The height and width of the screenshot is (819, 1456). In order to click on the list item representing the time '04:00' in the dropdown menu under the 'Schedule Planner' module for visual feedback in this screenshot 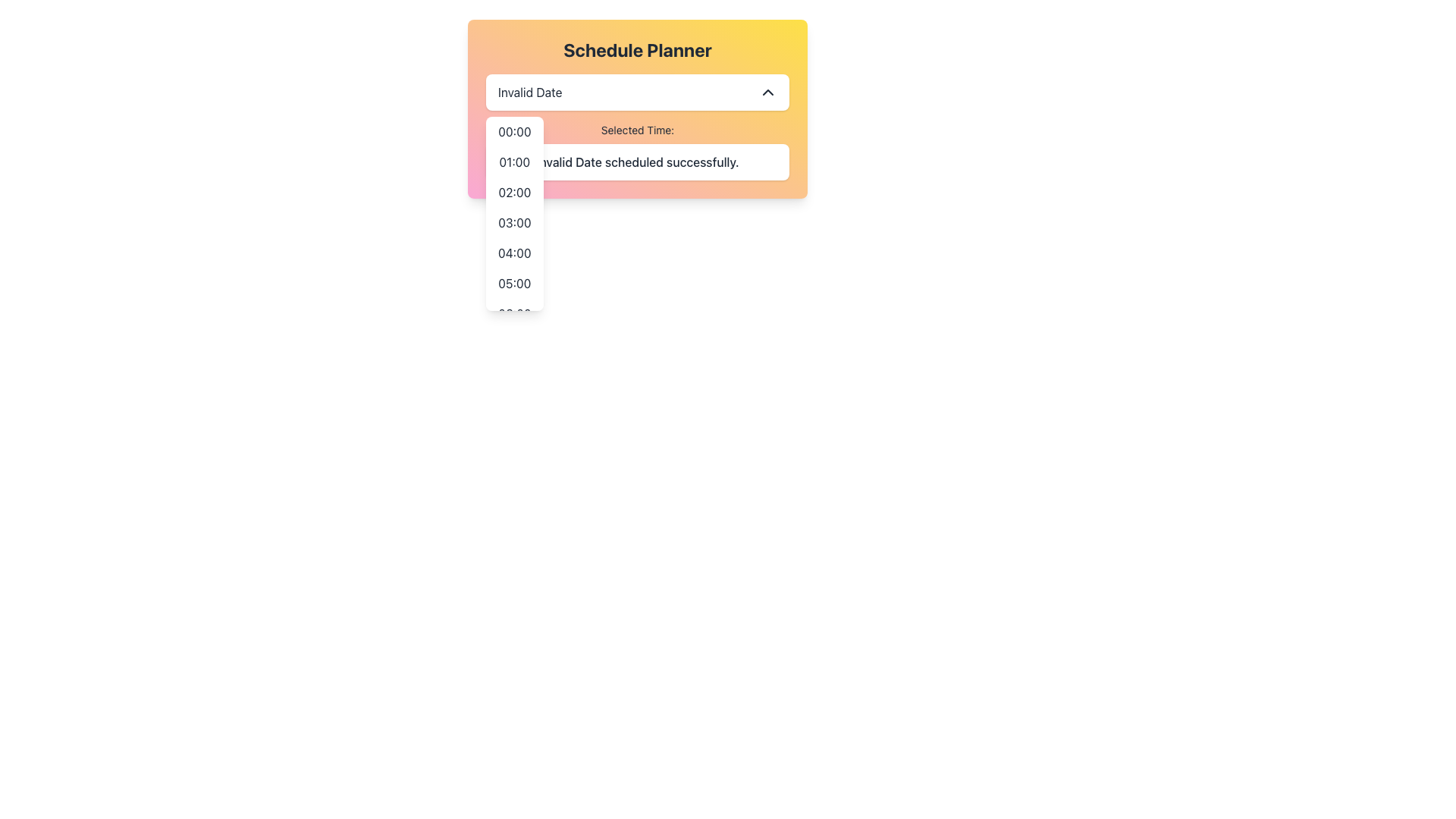, I will do `click(514, 253)`.